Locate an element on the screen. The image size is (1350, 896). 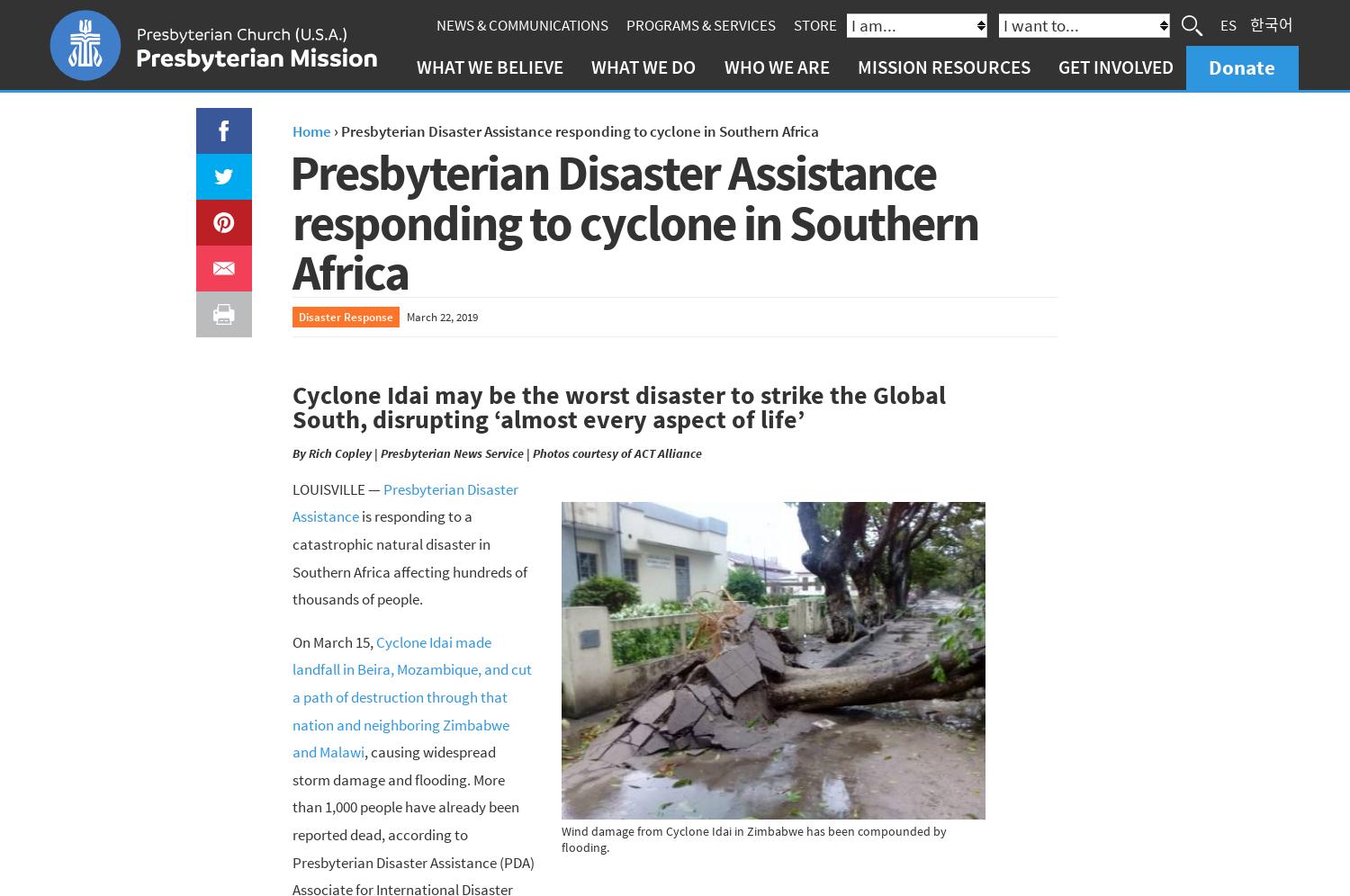
'LOUISVILLE —' is located at coordinates (337, 488).